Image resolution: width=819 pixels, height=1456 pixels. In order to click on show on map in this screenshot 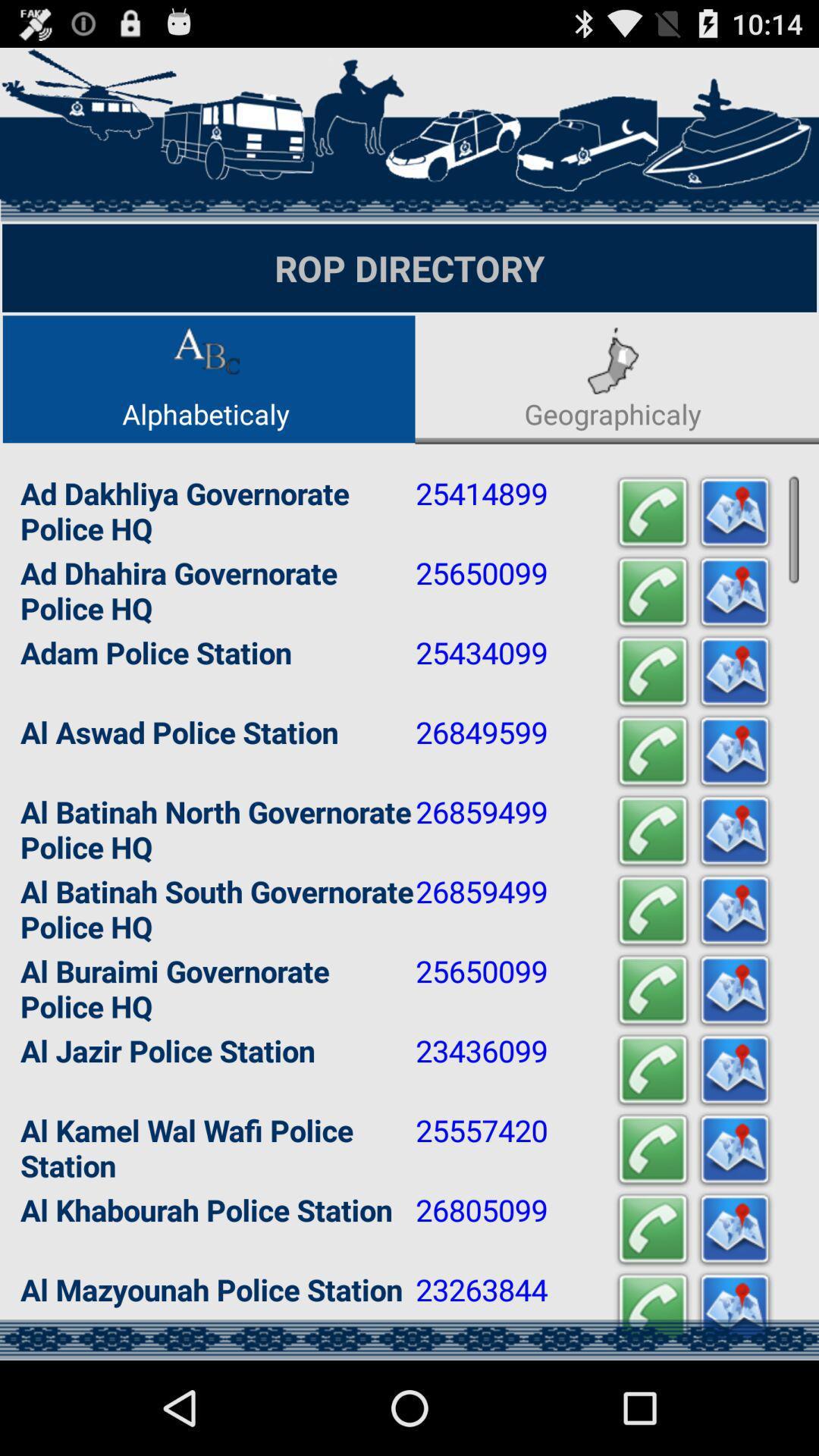, I will do `click(733, 752)`.